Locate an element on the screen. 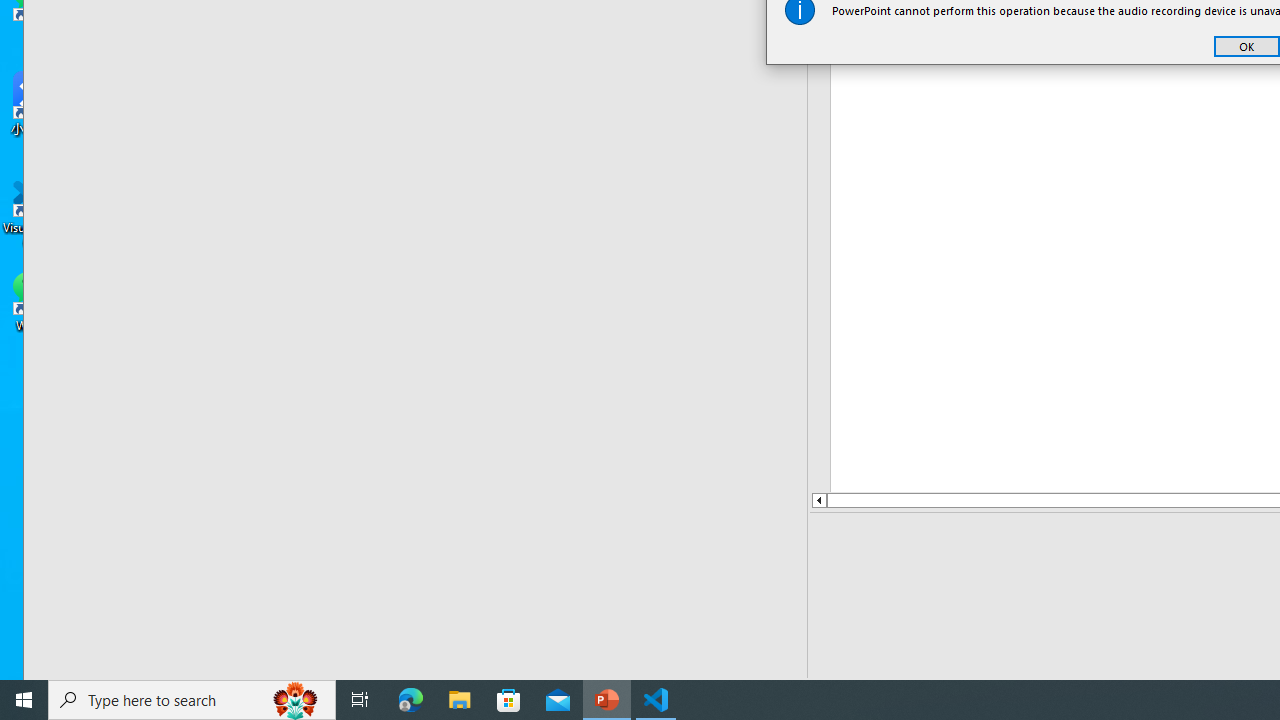  'Microsoft Edge' is located at coordinates (410, 698).